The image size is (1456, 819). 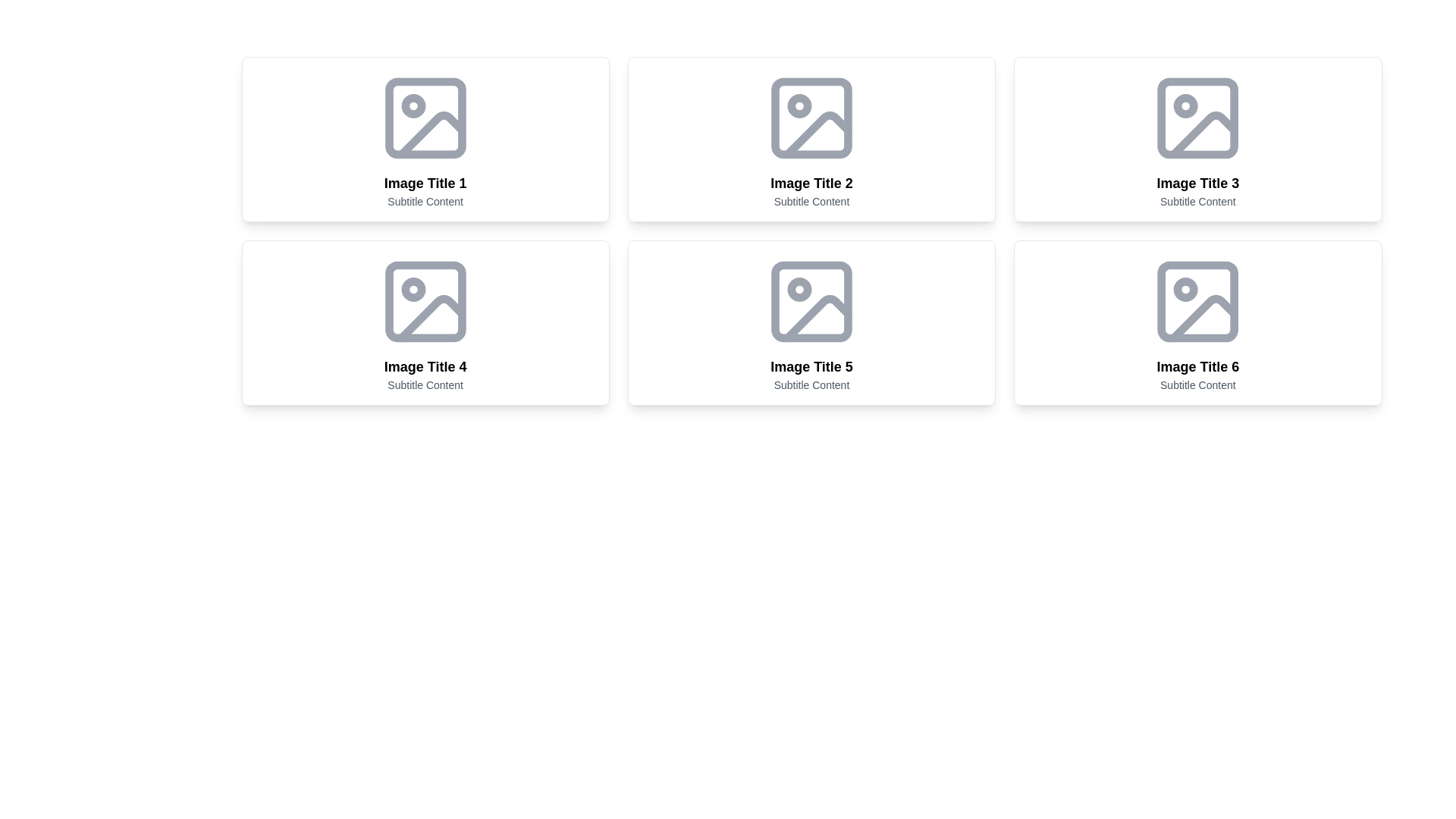 What do you see at coordinates (1185, 105) in the screenshot?
I see `the small circular shape that is part of the third image placeholder in the top row, located within the card titled 'Image Title 3'` at bounding box center [1185, 105].